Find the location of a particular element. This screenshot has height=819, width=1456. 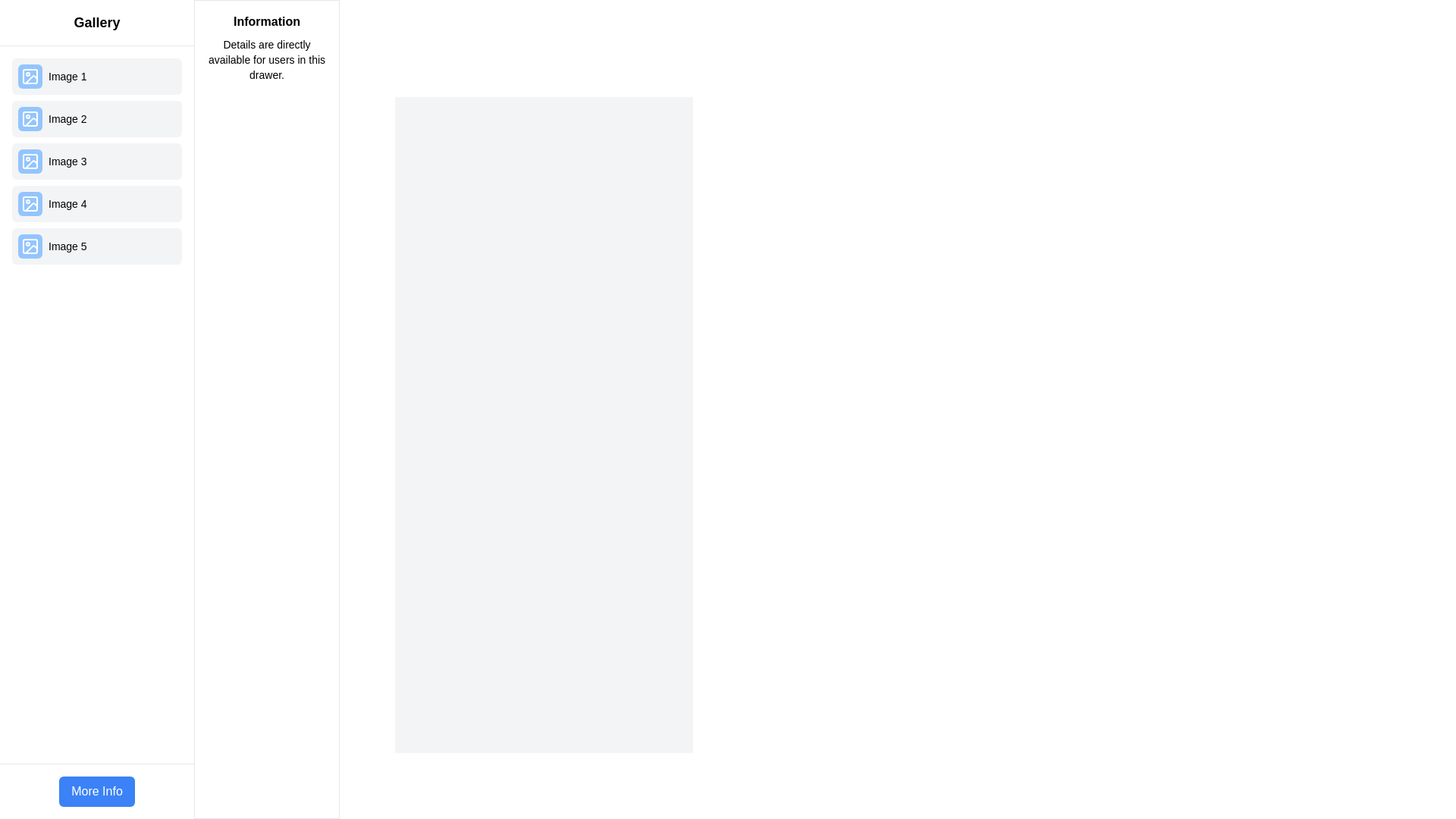

the first icon in the 'Gallery' section located in the left sidebar is located at coordinates (30, 76).